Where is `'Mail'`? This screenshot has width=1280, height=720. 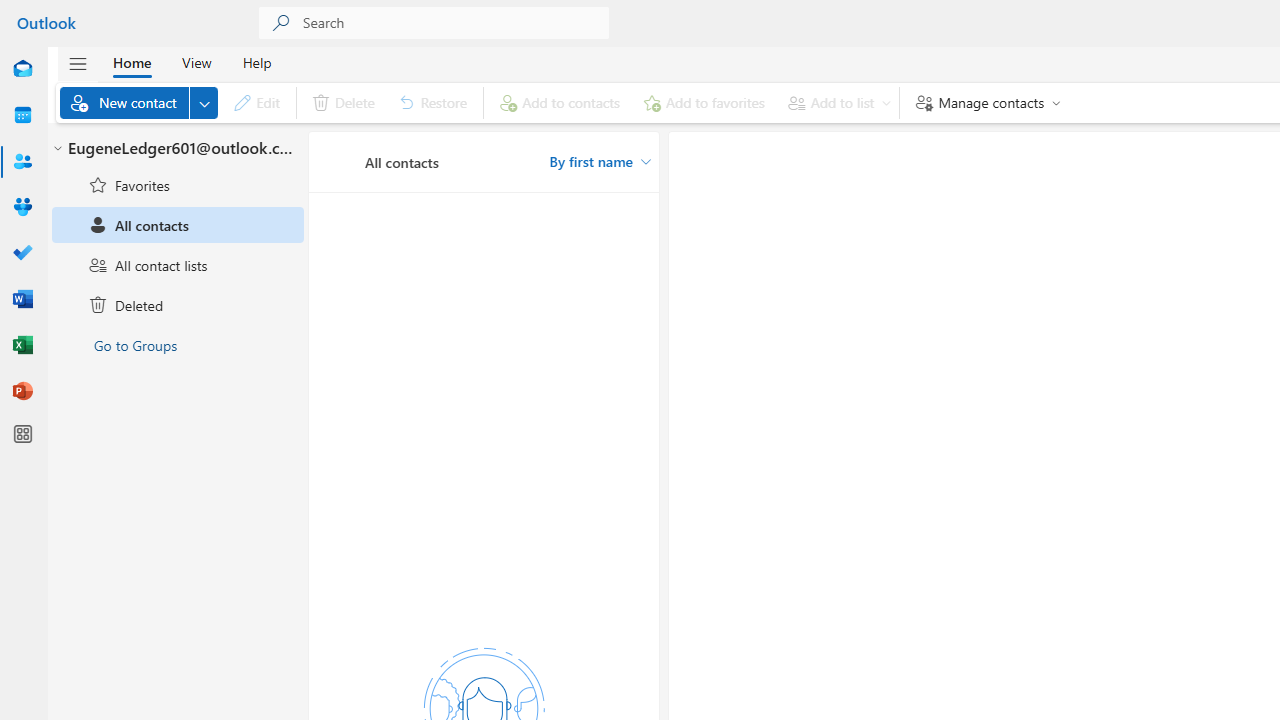
'Mail' is located at coordinates (23, 68).